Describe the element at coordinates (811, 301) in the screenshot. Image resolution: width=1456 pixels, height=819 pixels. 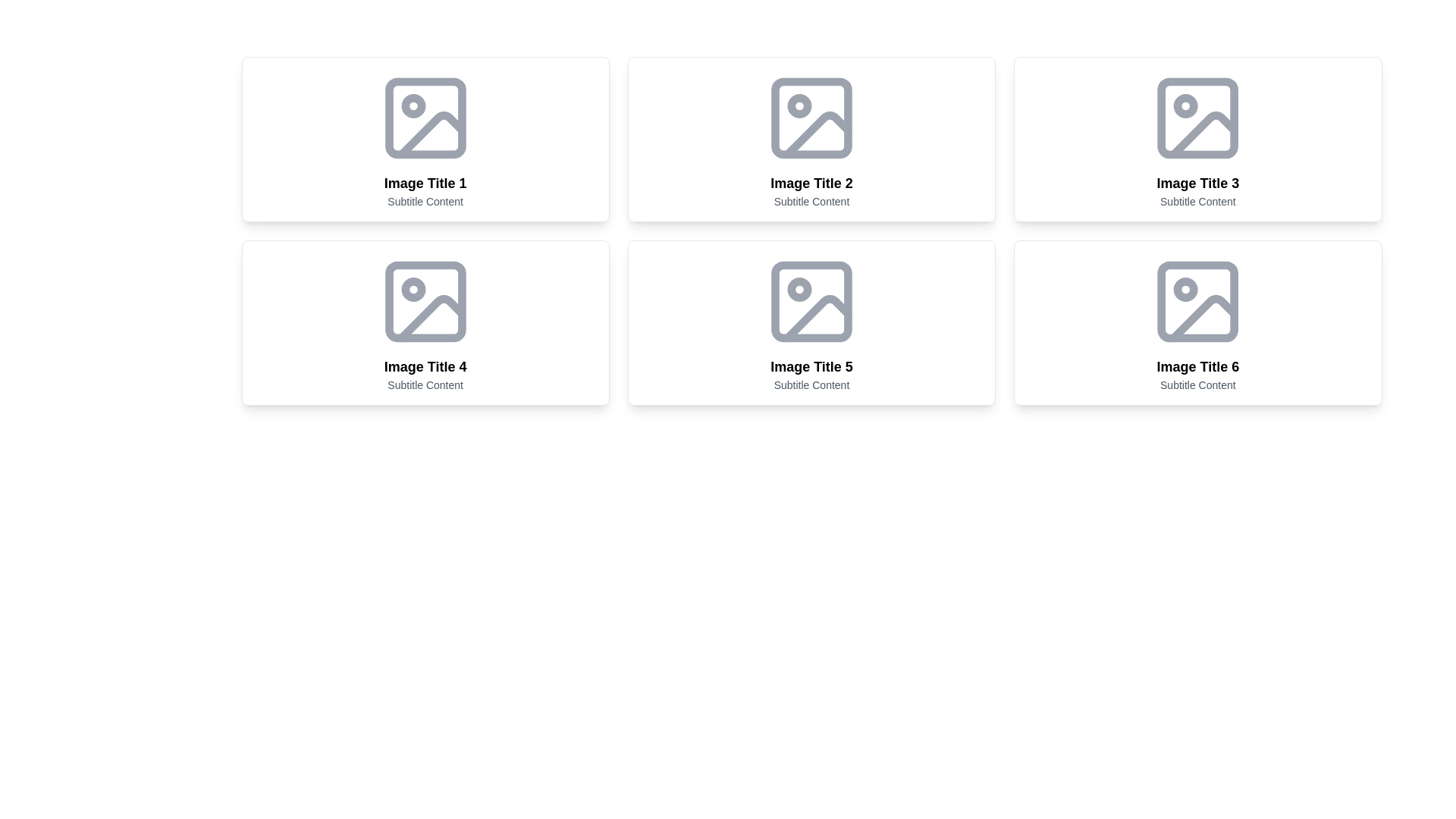
I see `the icon depicting an abstract image representation with a circle and a diagonal line, located in the center of the second row under the heading 'Image Title 5'` at that location.